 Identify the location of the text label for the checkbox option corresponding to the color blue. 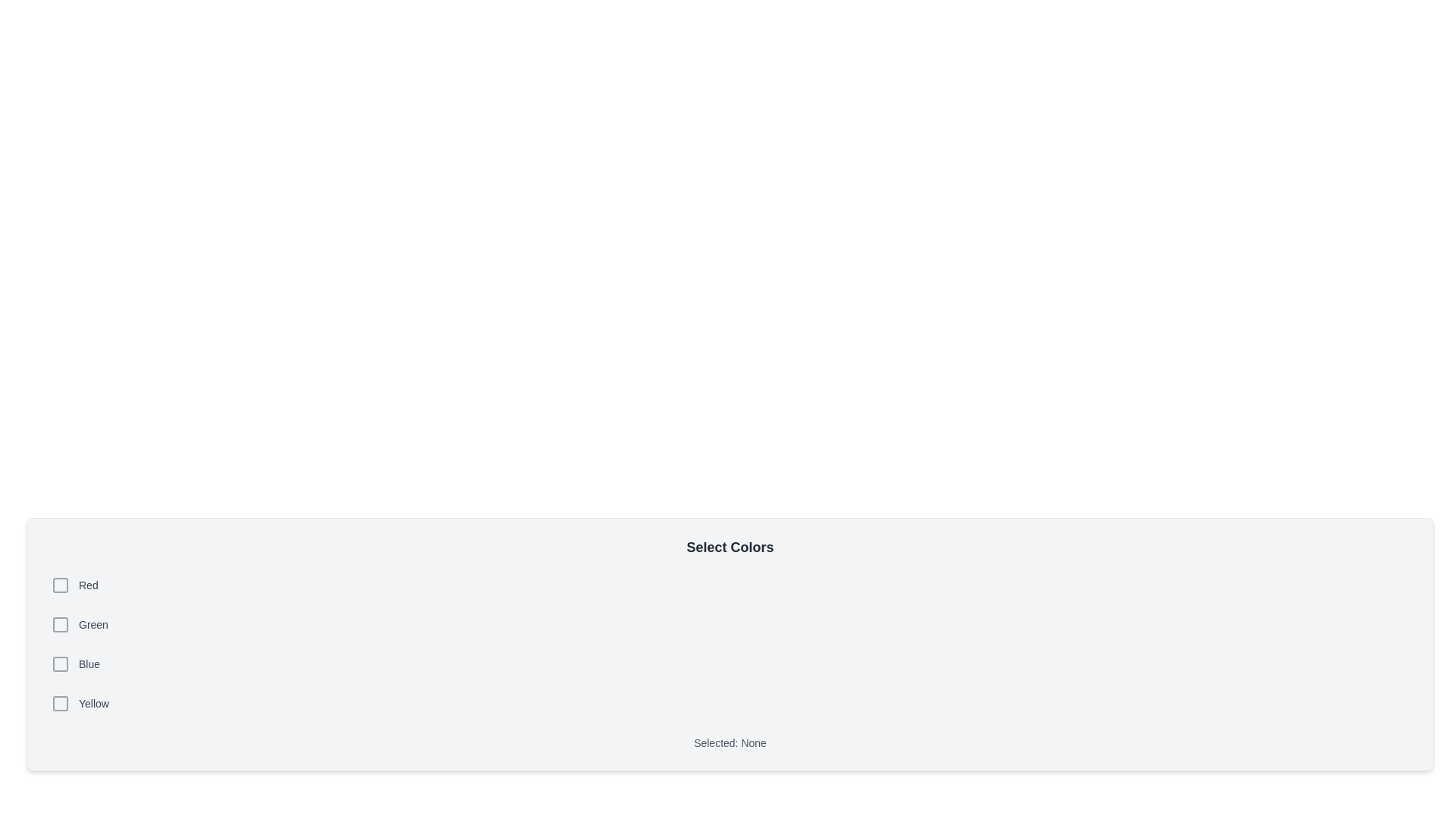
(89, 663).